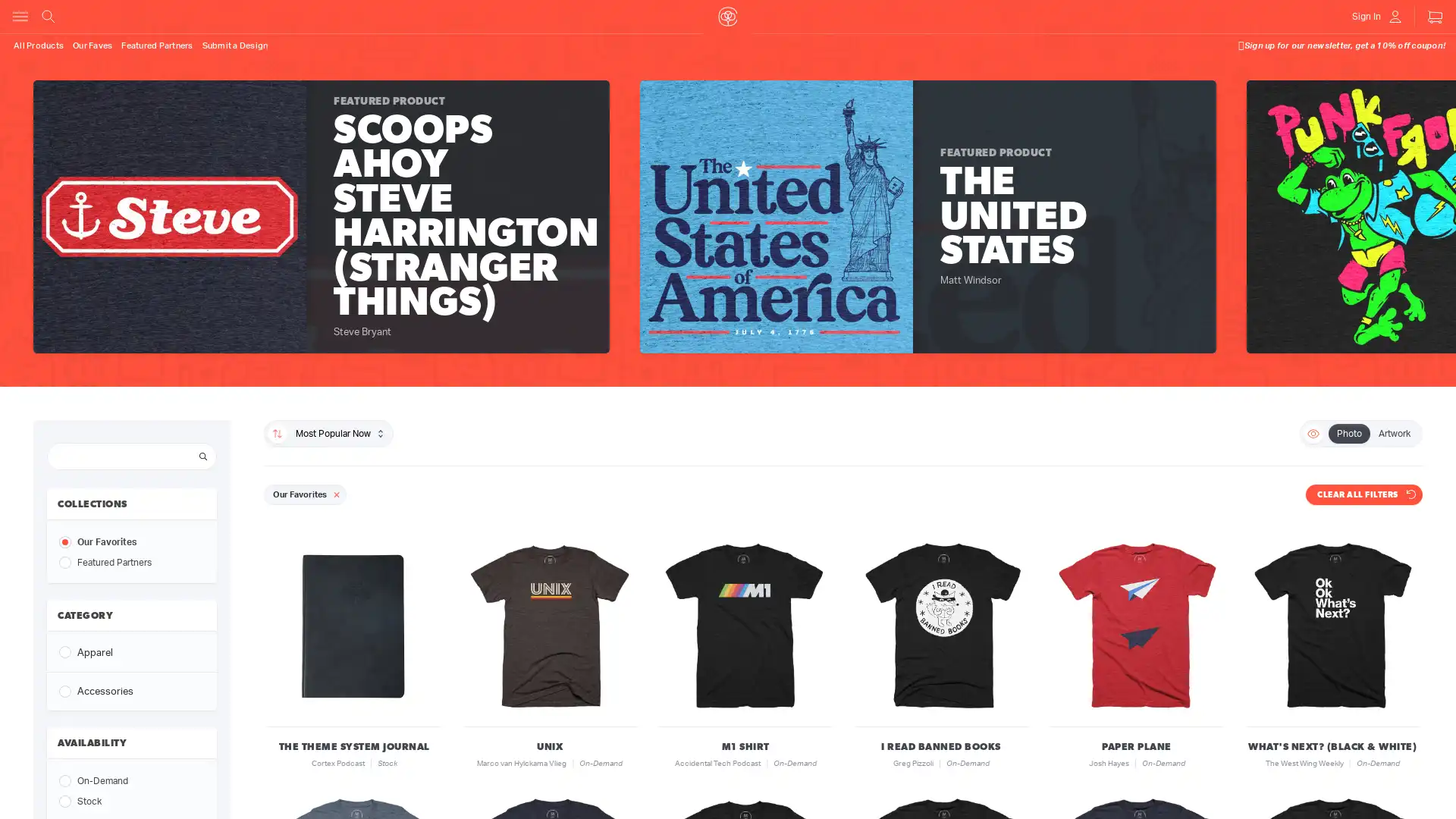 Image resolution: width=1456 pixels, height=819 pixels. What do you see at coordinates (202, 475) in the screenshot?
I see `Search` at bounding box center [202, 475].